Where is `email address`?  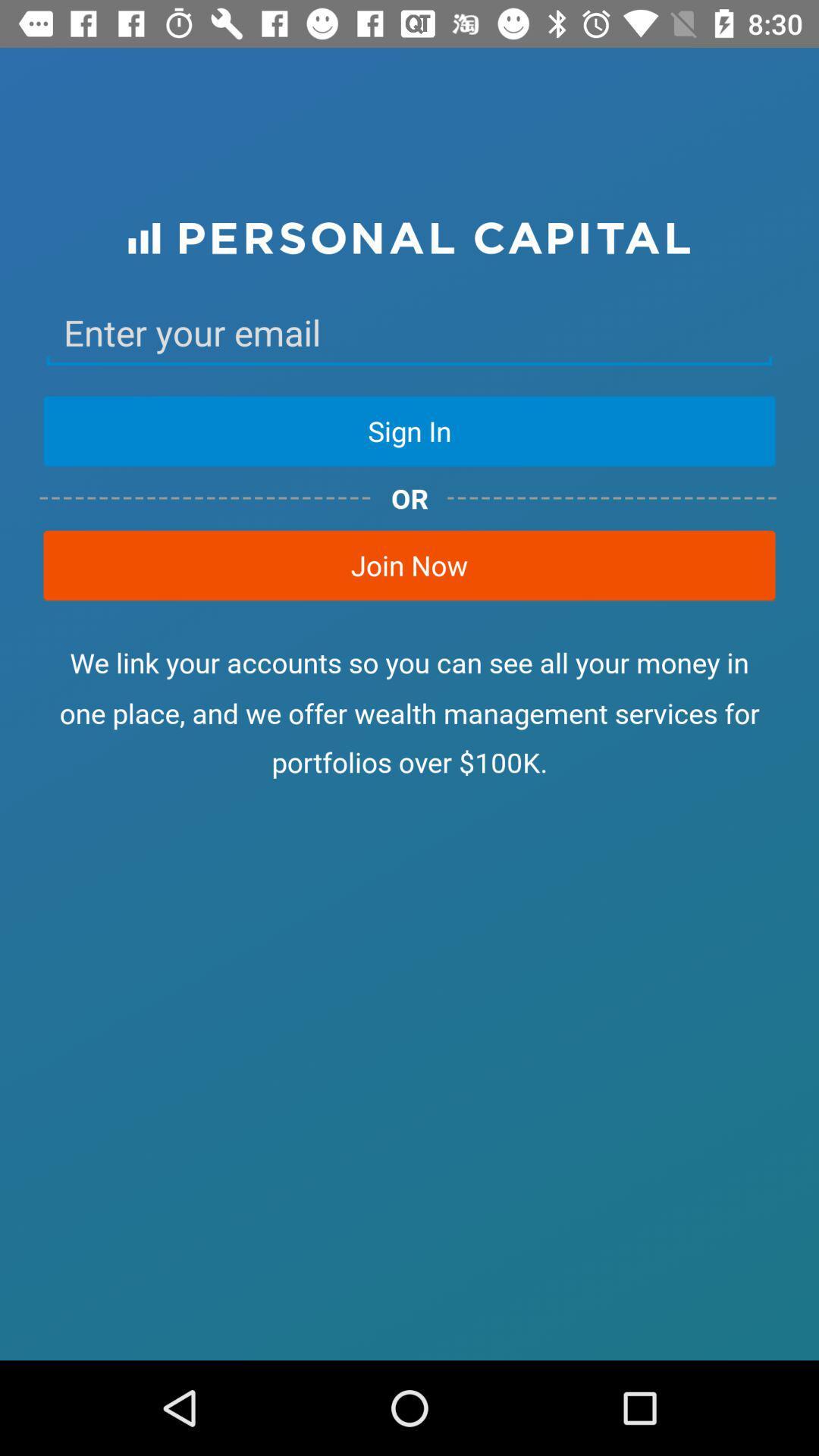
email address is located at coordinates (409, 332).